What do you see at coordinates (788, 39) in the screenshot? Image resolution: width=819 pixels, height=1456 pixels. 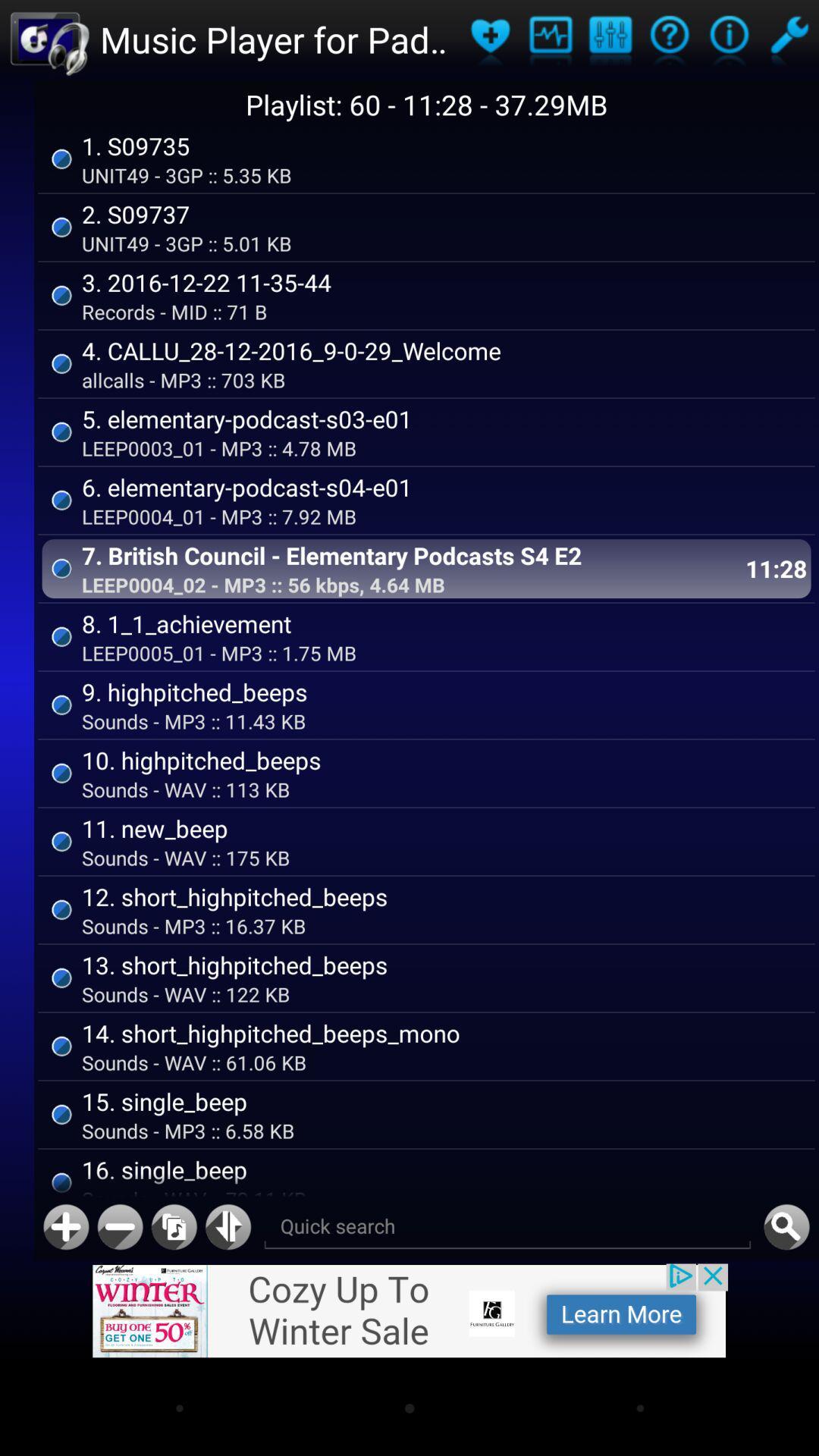 I see `open a playlist` at bounding box center [788, 39].